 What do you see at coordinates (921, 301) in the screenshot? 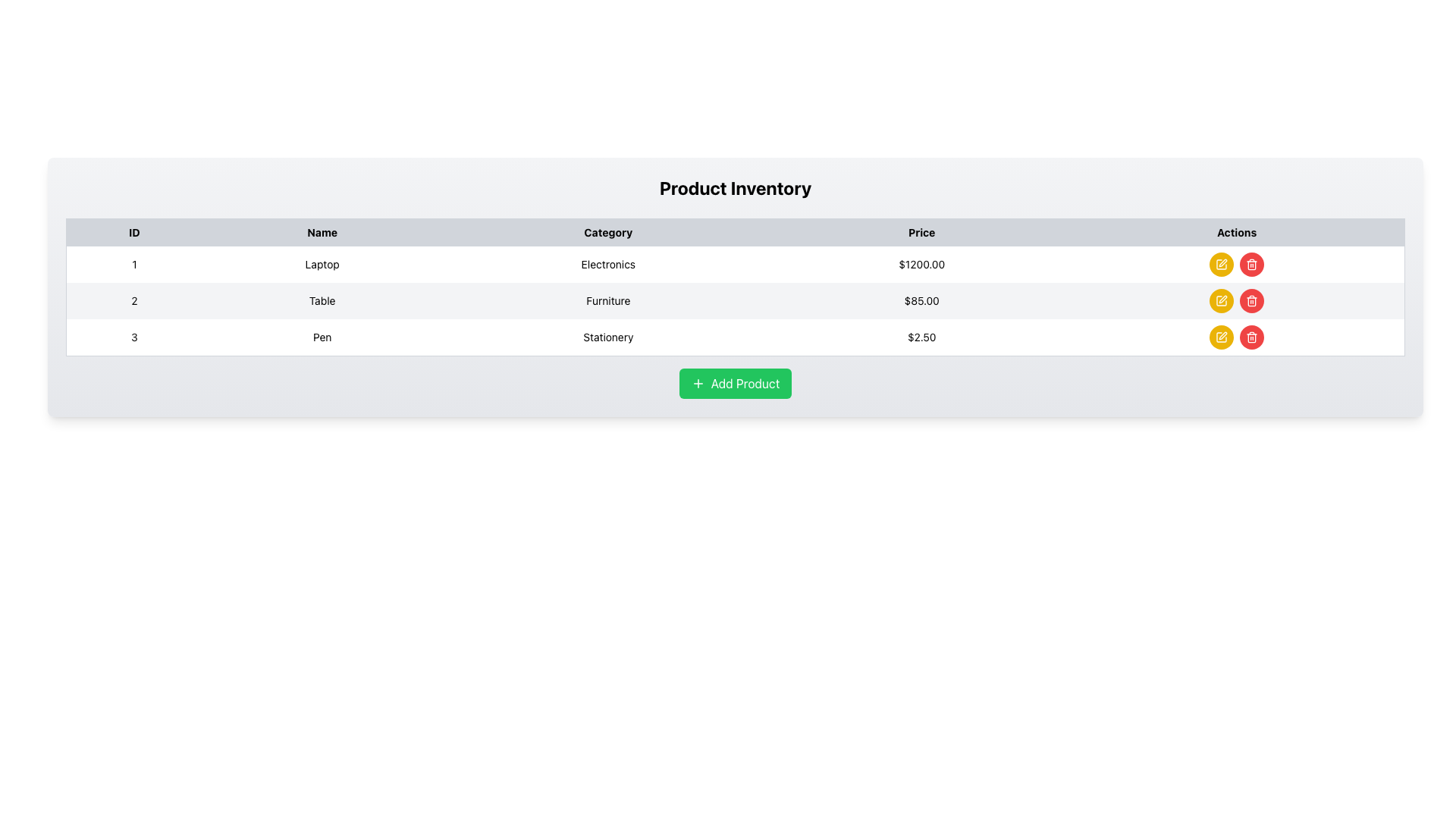
I see `text label indicating the price of the 'Table' item located in the second row of the product inventory table under the 'Price' column, between 'Category' and 'Actions' columns` at bounding box center [921, 301].